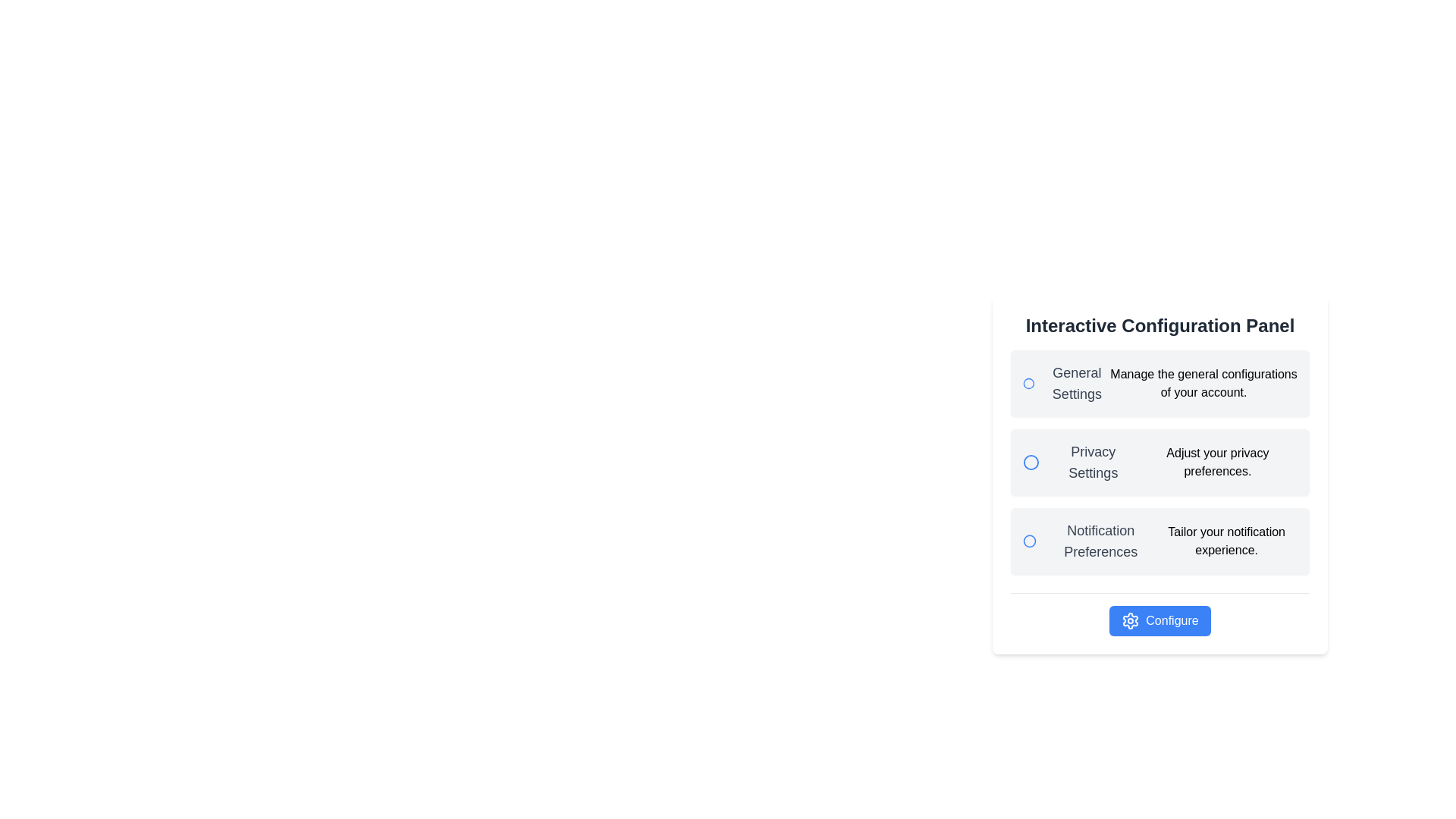  Describe the element at coordinates (1131, 620) in the screenshot. I see `the gear icon with a blue background located to the left of the 'Configure' button text` at that location.